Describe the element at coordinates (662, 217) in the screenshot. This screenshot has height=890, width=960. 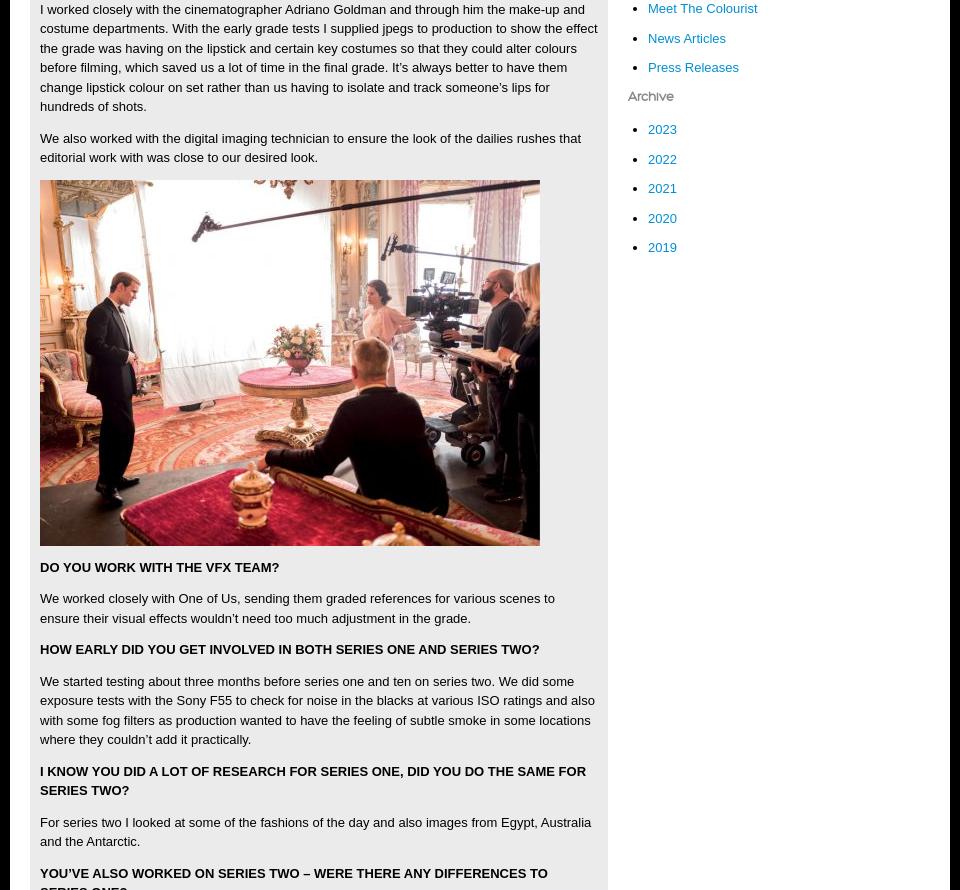
I see `'2020'` at that location.